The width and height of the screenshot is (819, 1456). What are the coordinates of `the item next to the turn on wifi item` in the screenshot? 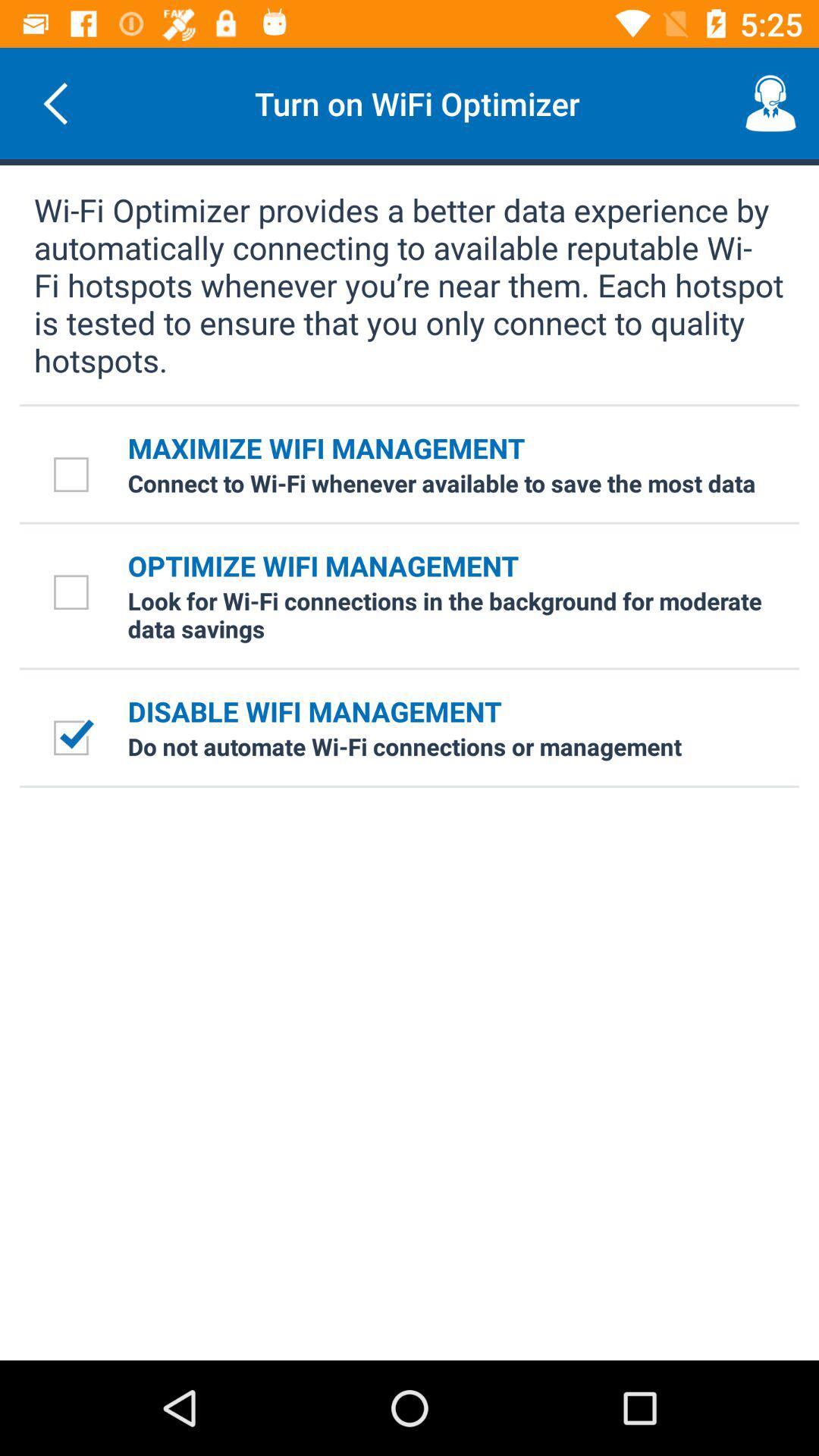 It's located at (771, 102).